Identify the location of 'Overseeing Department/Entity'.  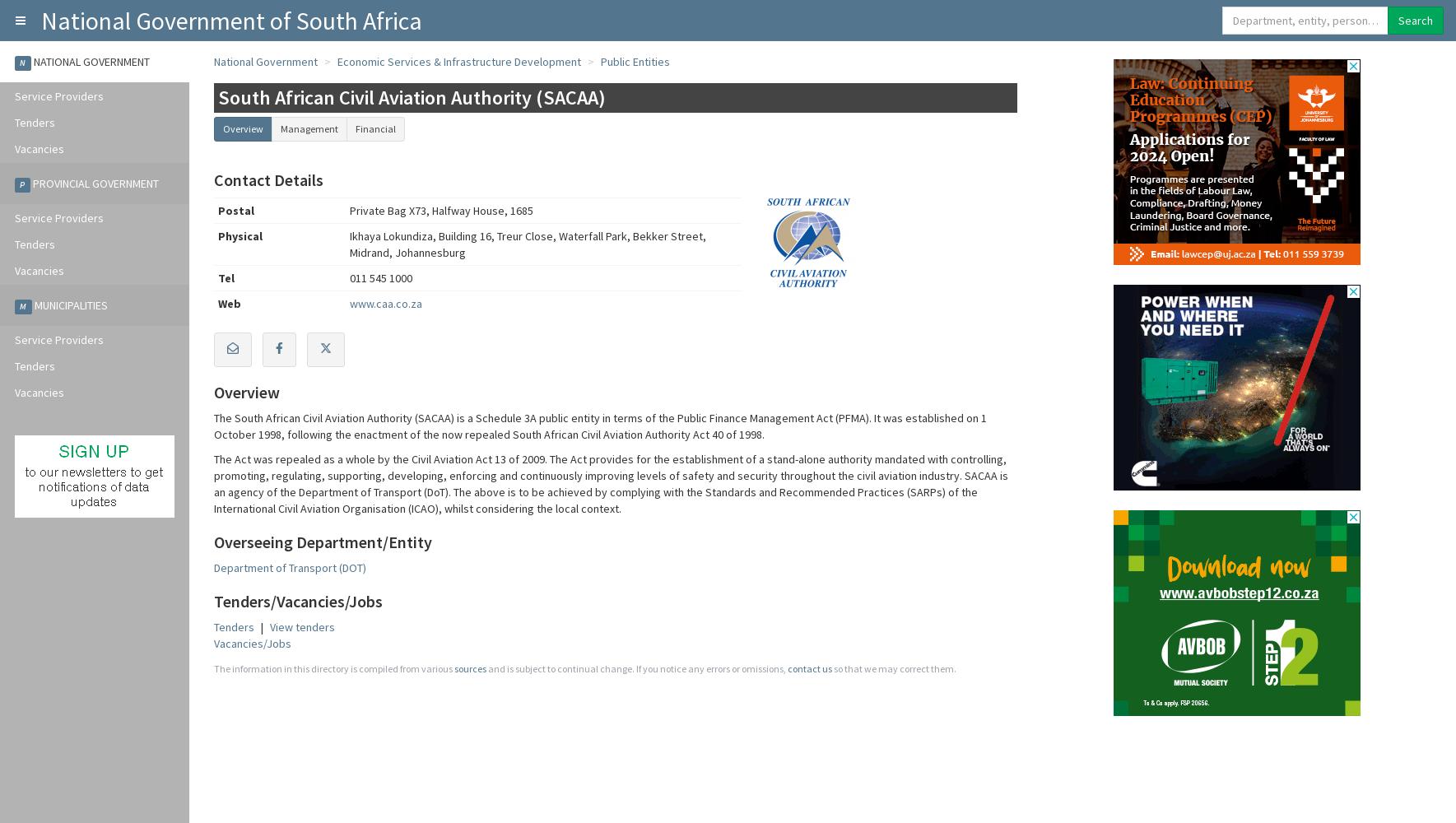
(214, 542).